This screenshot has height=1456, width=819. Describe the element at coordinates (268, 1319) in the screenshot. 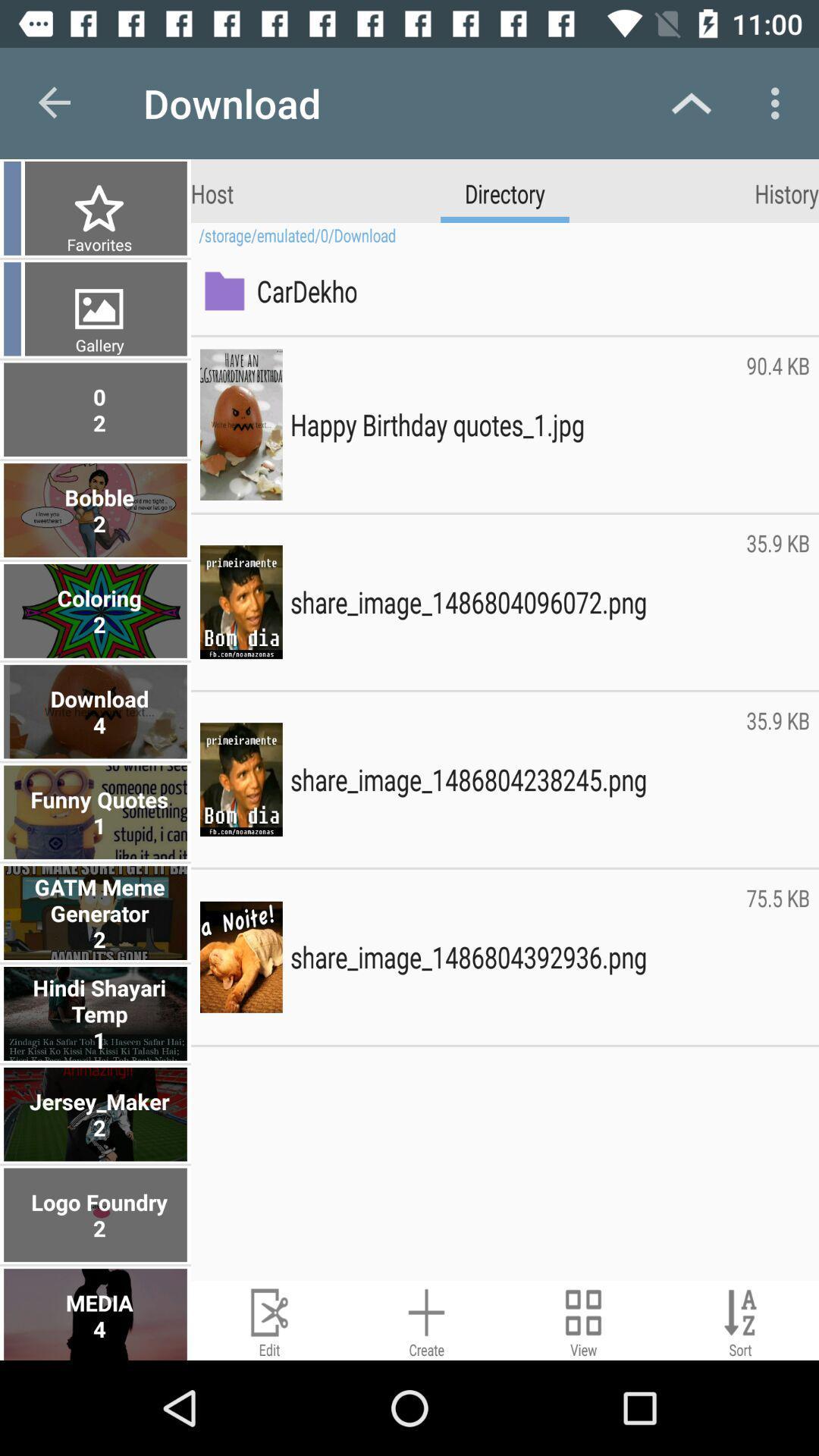

I see `edit pictures` at that location.